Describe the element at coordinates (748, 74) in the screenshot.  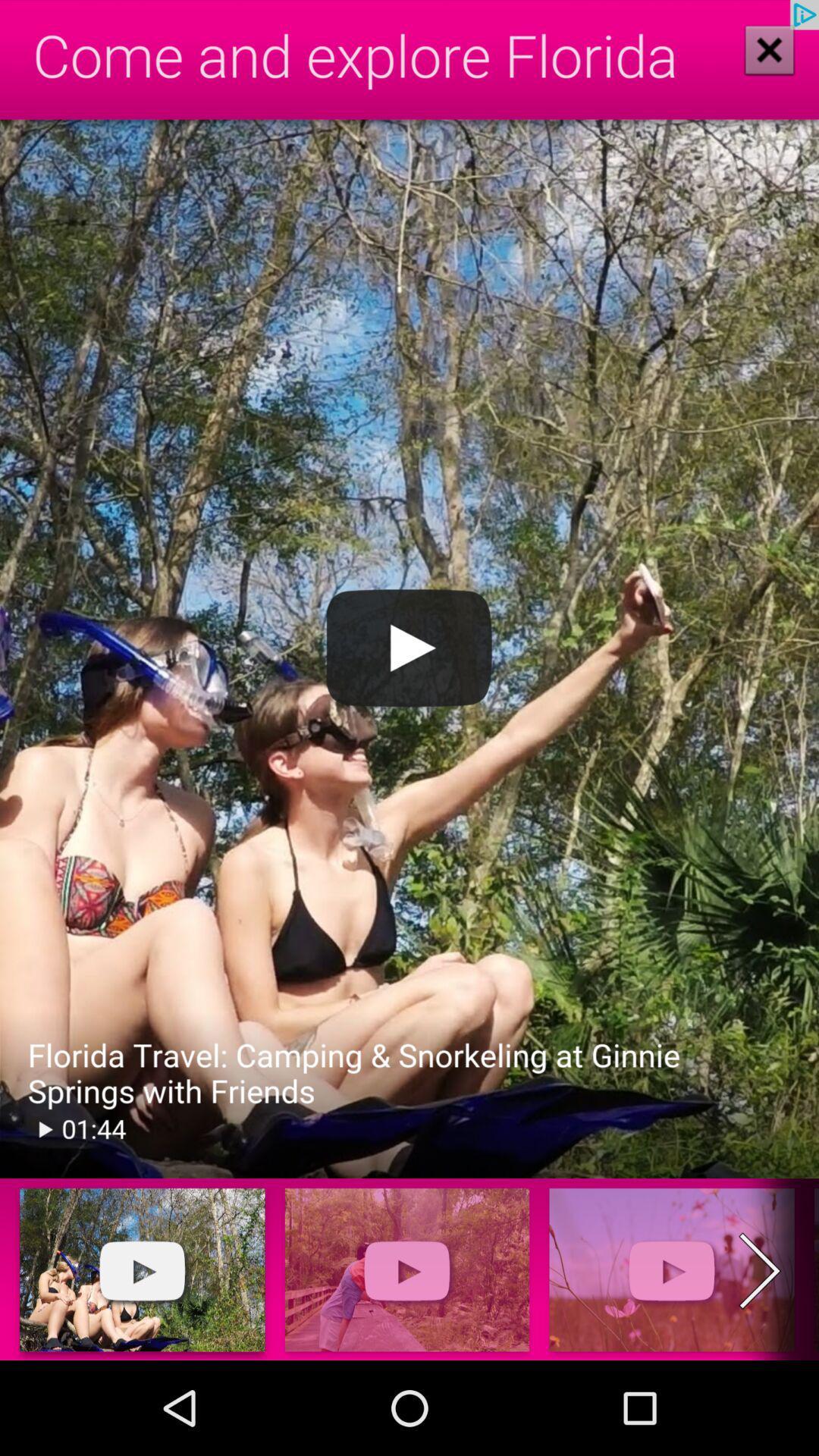
I see `the close icon` at that location.